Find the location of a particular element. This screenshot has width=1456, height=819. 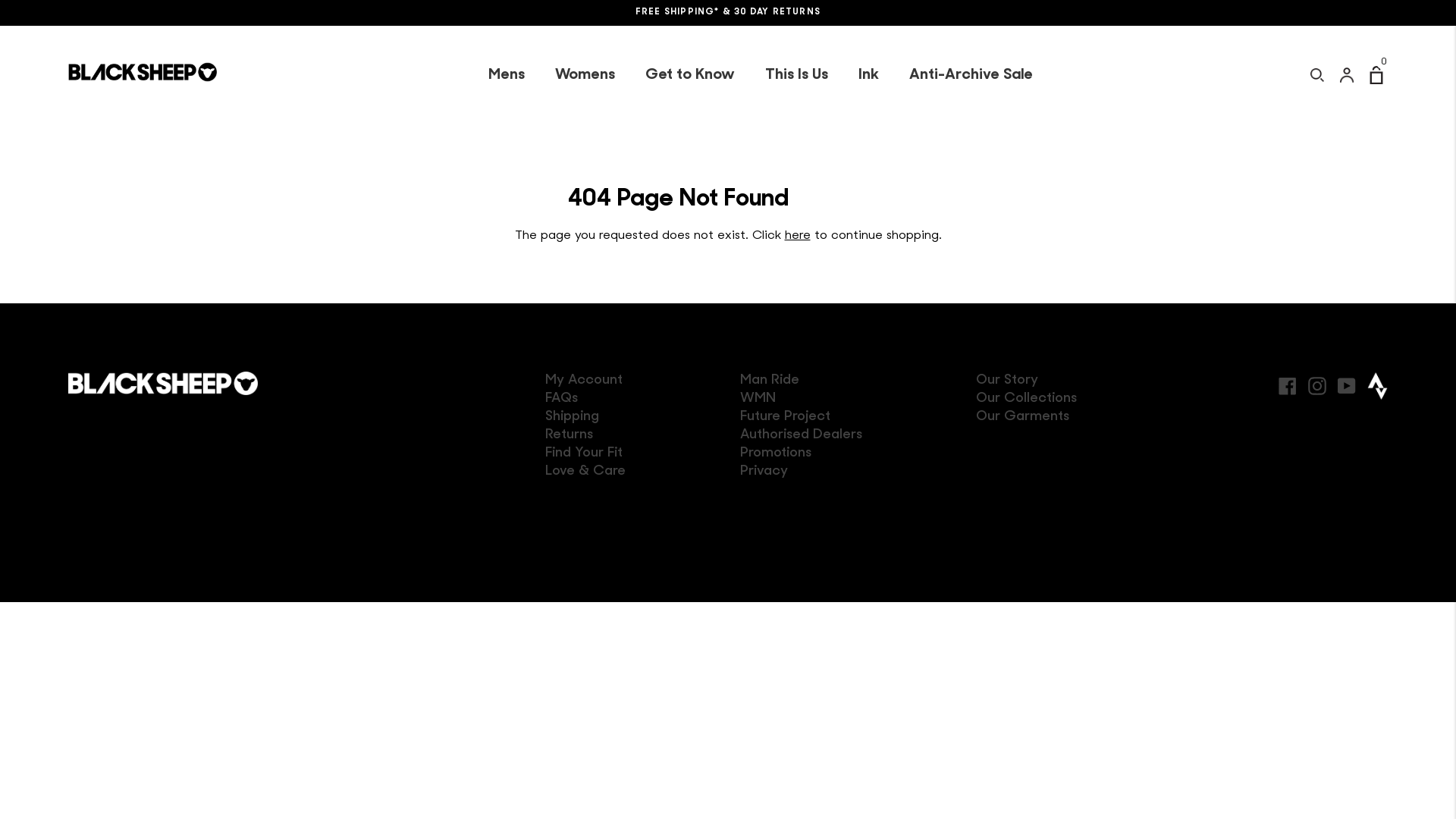

'here' is located at coordinates (796, 236).